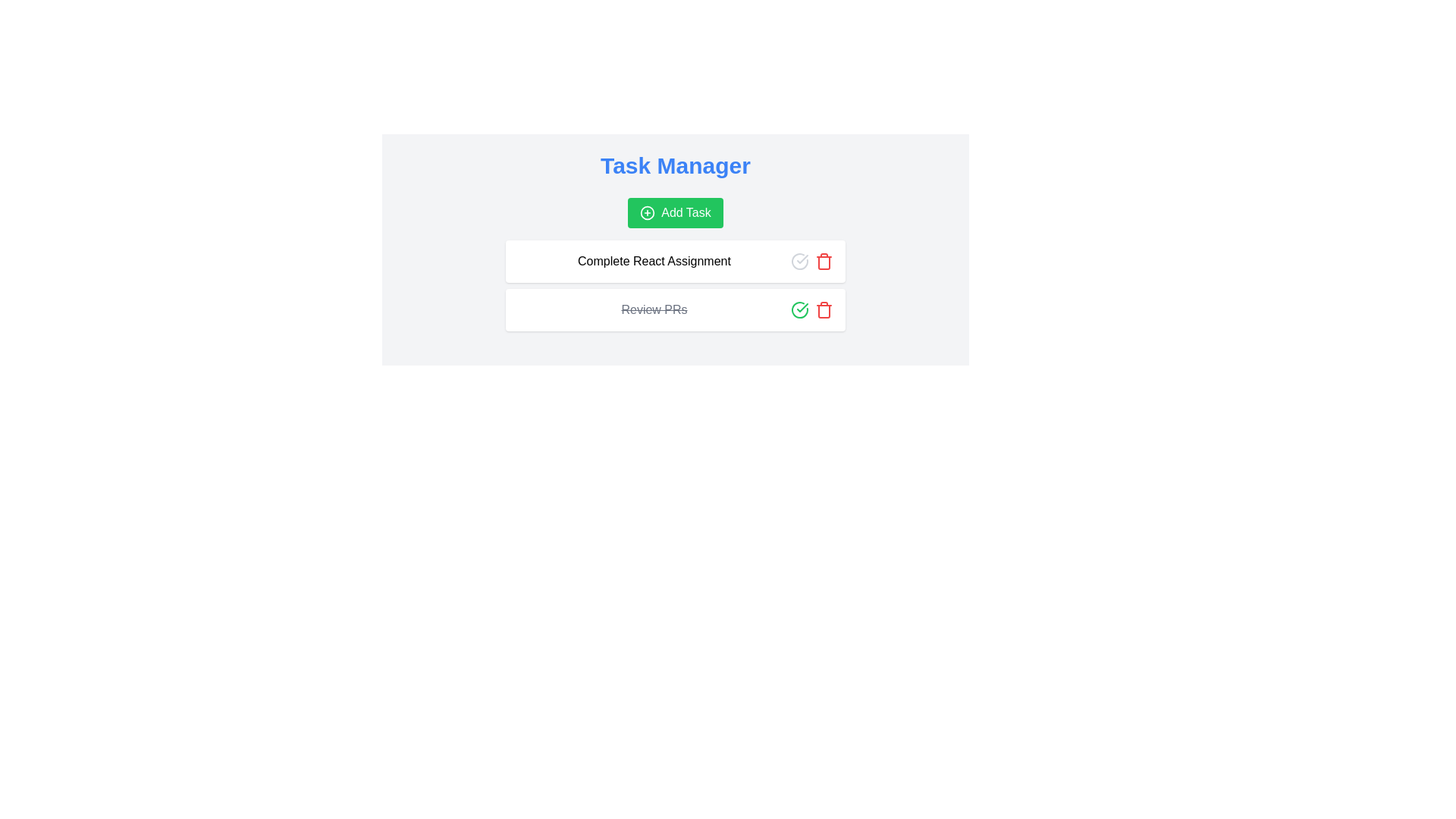 The height and width of the screenshot is (819, 1456). I want to click on the second task item in the Task Manager, located below 'Complete React Assignment', so click(675, 309).